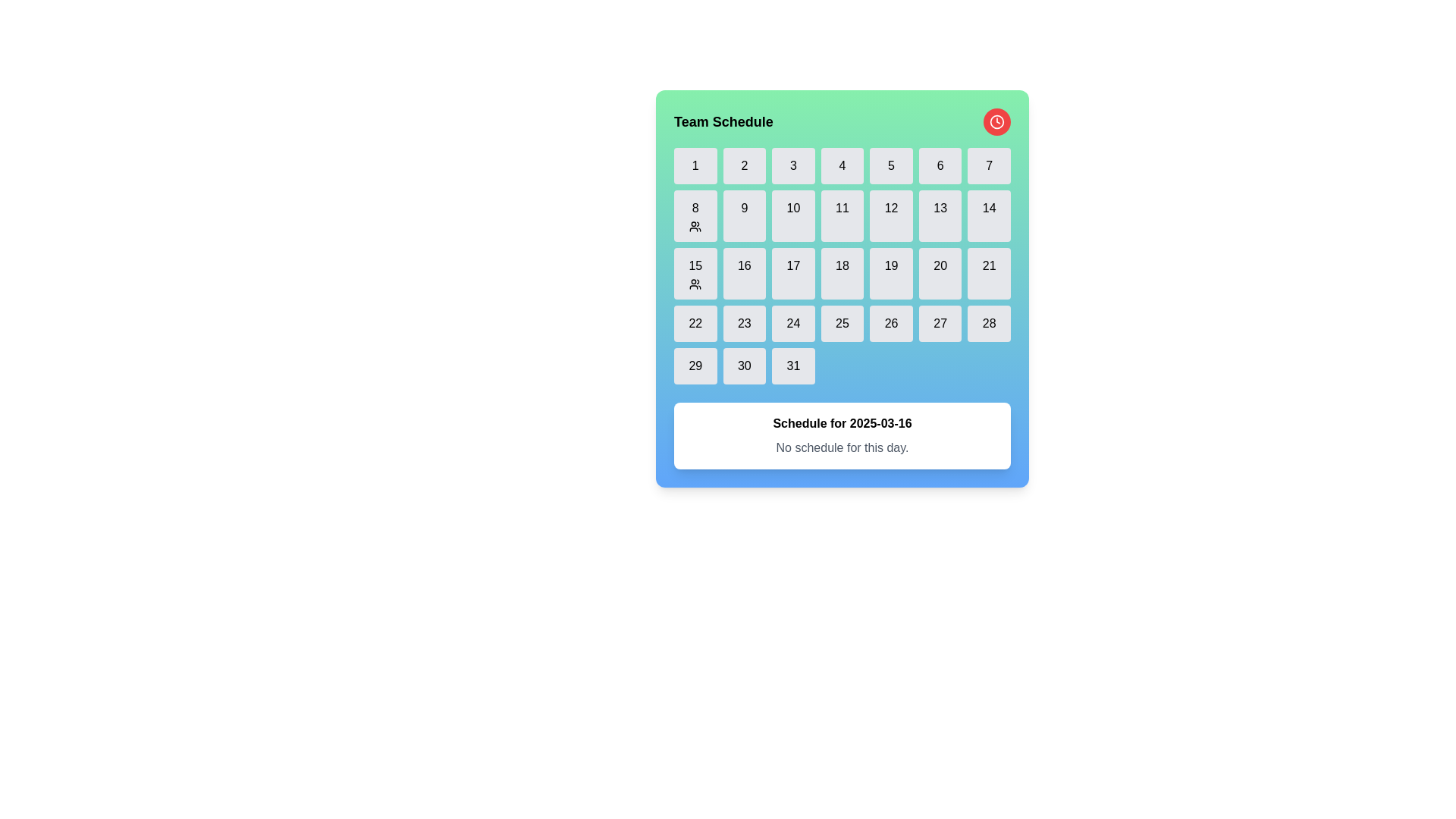  Describe the element at coordinates (891, 166) in the screenshot. I see `the rectangular button labeled '5' that is located in the top row of the grid in the calendar layout` at that location.